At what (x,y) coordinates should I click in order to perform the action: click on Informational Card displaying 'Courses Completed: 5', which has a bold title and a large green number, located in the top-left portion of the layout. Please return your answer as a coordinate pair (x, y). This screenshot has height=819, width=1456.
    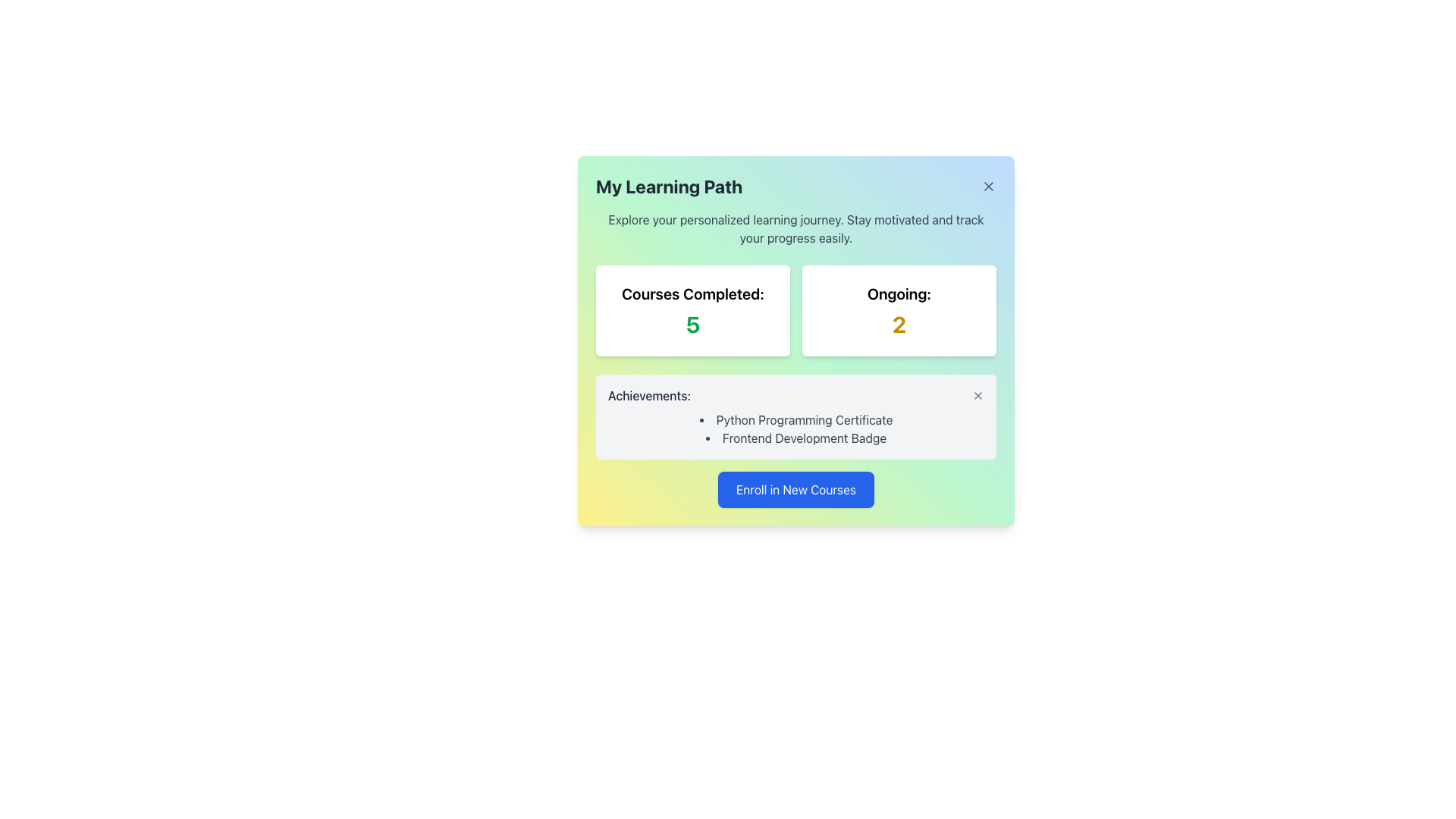
    Looking at the image, I should click on (692, 309).